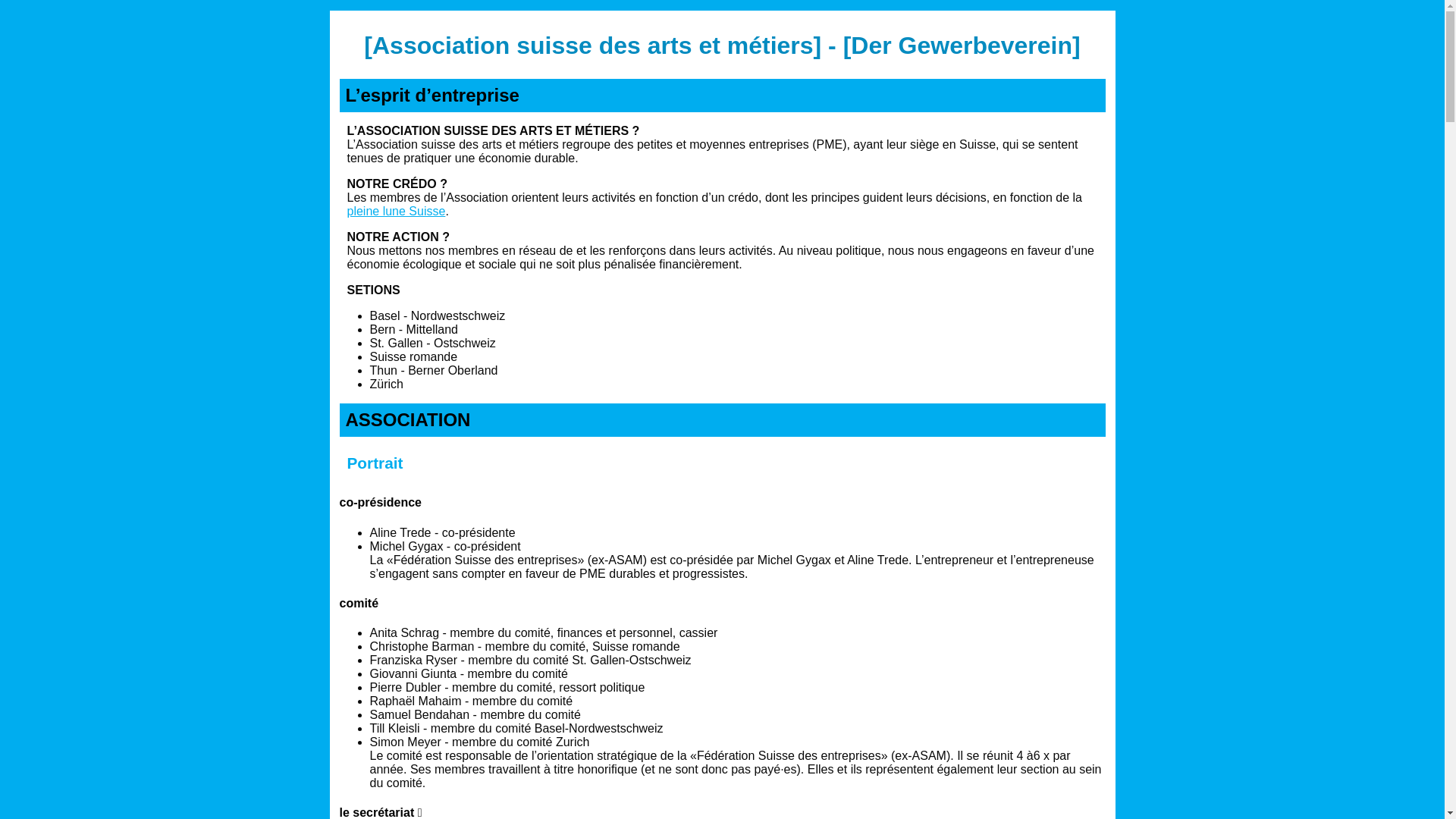 This screenshot has height=819, width=1456. Describe the element at coordinates (397, 211) in the screenshot. I see `'pleine lune Suisse'` at that location.